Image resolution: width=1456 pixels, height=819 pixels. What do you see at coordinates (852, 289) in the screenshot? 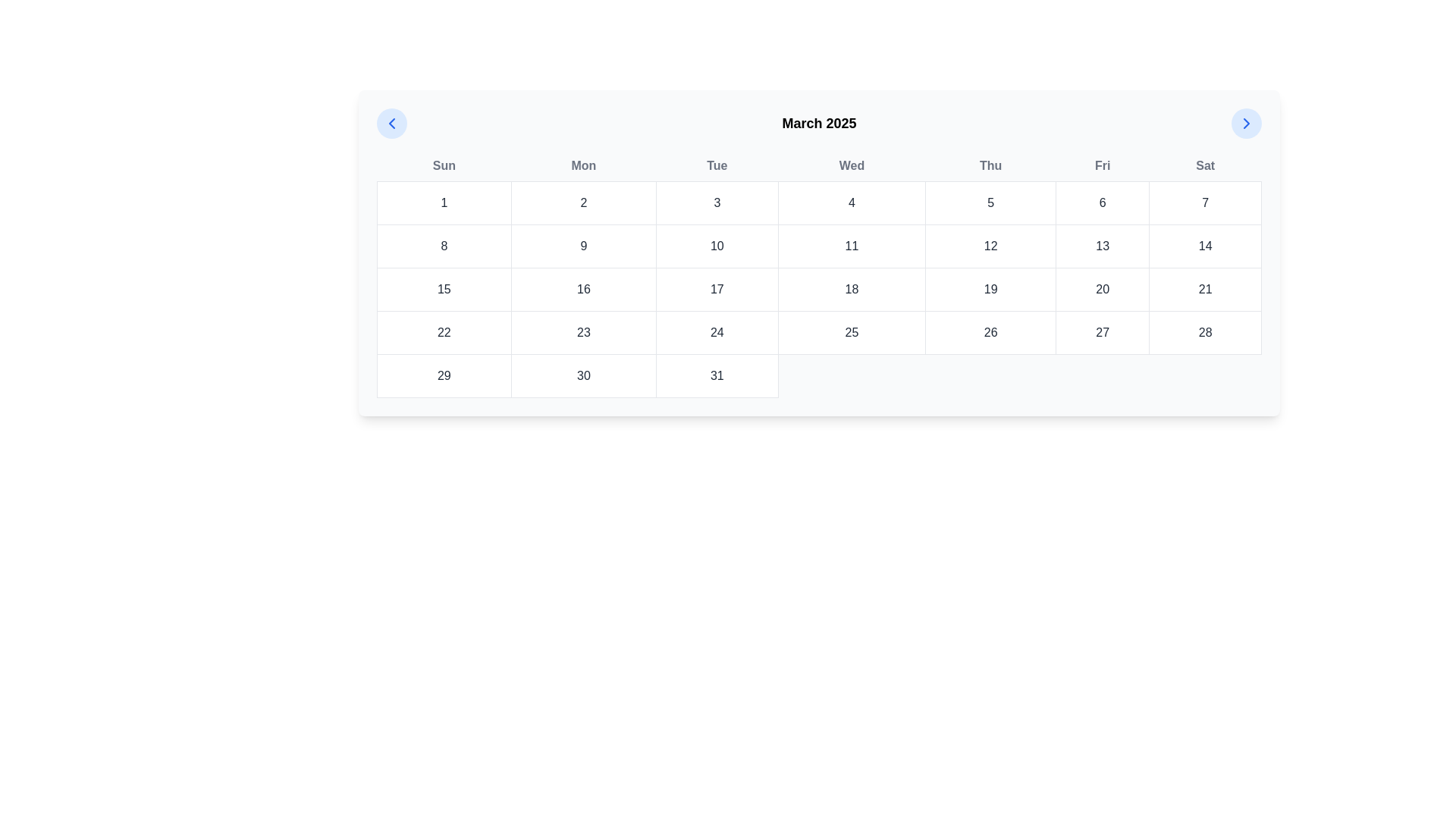
I see `the calendar cell representing a specific date in the fourth column of the third row` at bounding box center [852, 289].